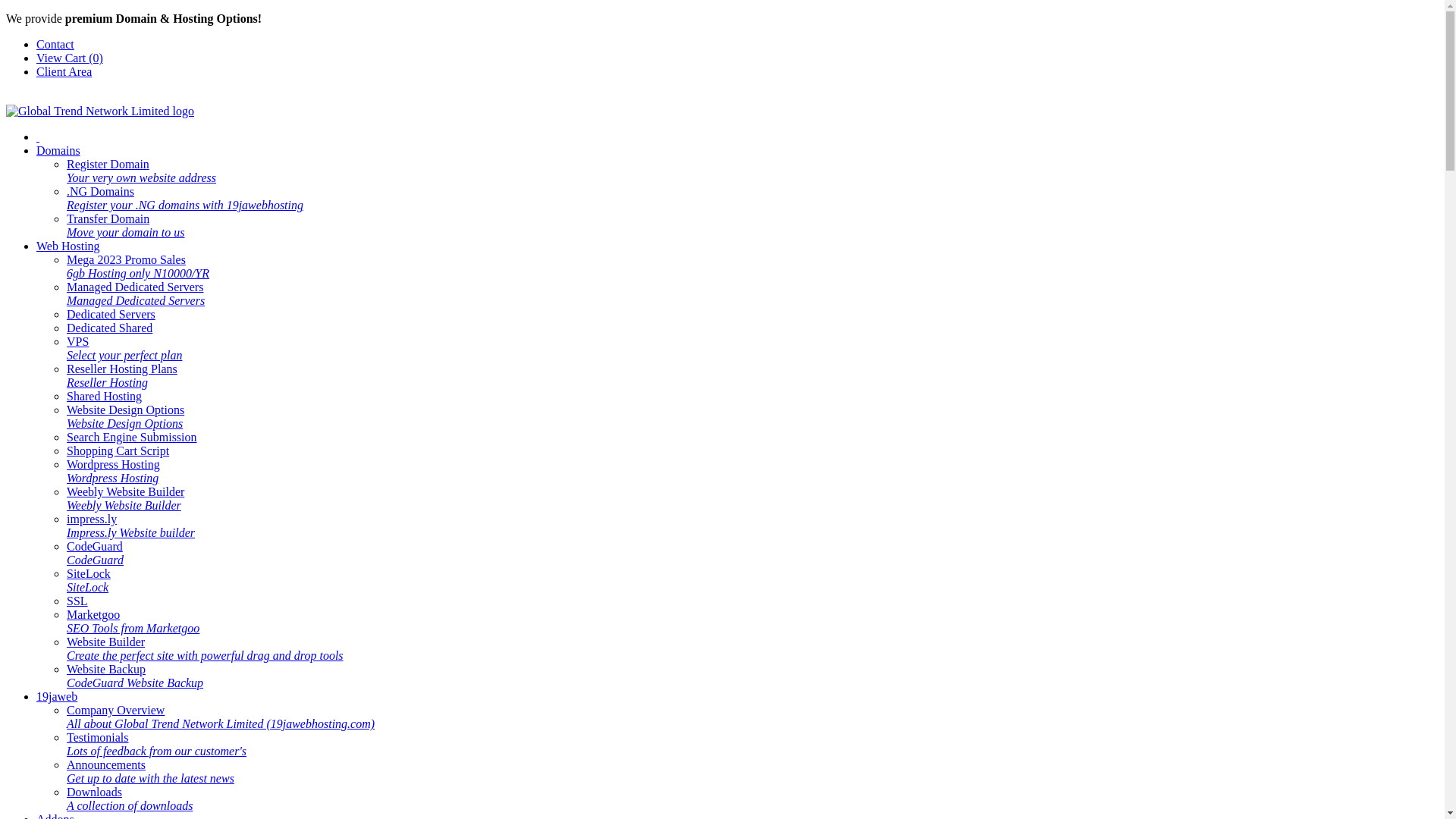 The width and height of the screenshot is (1456, 819). Describe the element at coordinates (65, 171) in the screenshot. I see `'Register Domain` at that location.